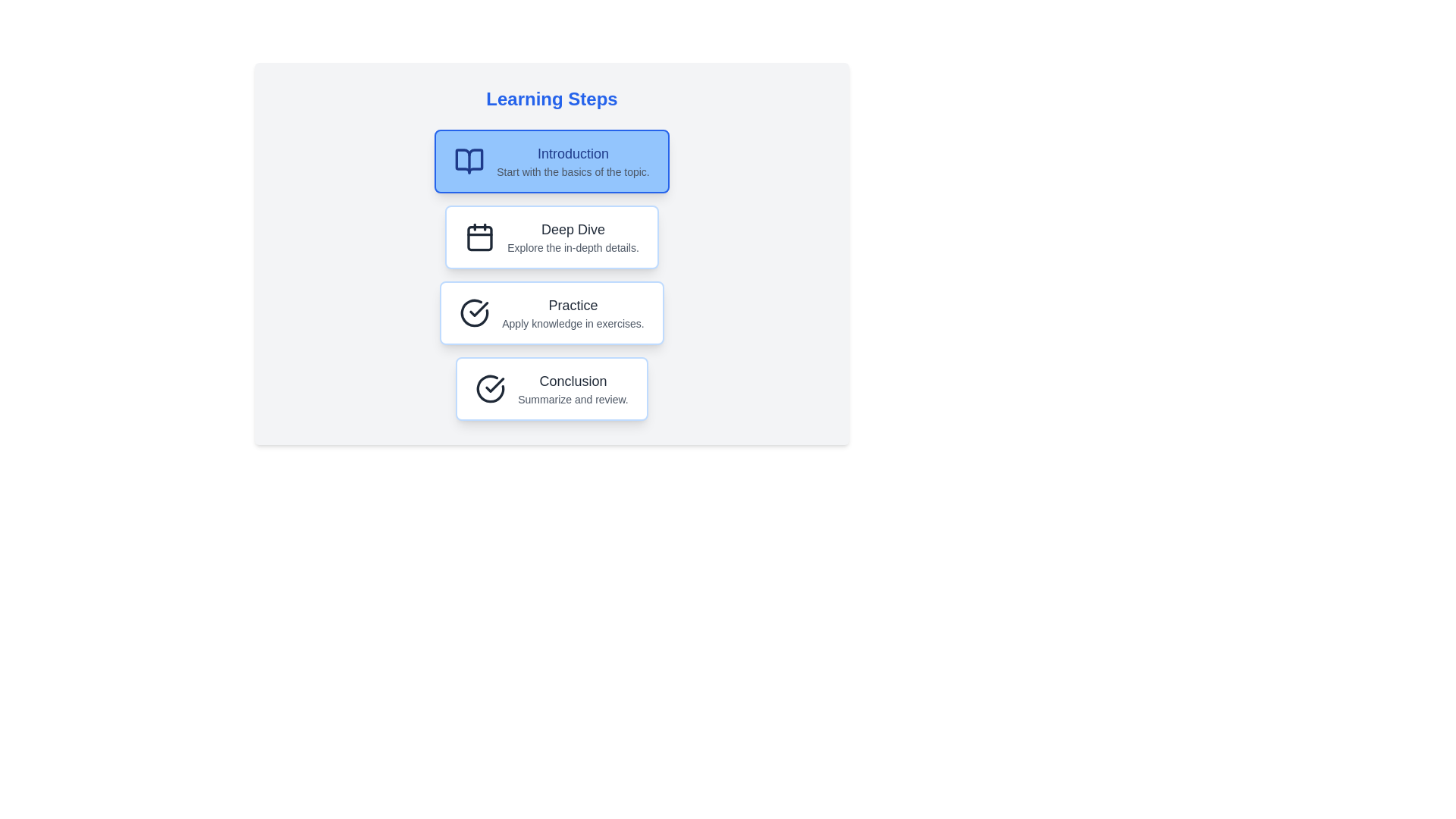 The width and height of the screenshot is (1456, 819). What do you see at coordinates (551, 388) in the screenshot?
I see `the 'Conclusion' button, which is the fourth button in the vertical list within the 'Learning Steps' card, featuring a checkmark icon and two lines of text` at bounding box center [551, 388].